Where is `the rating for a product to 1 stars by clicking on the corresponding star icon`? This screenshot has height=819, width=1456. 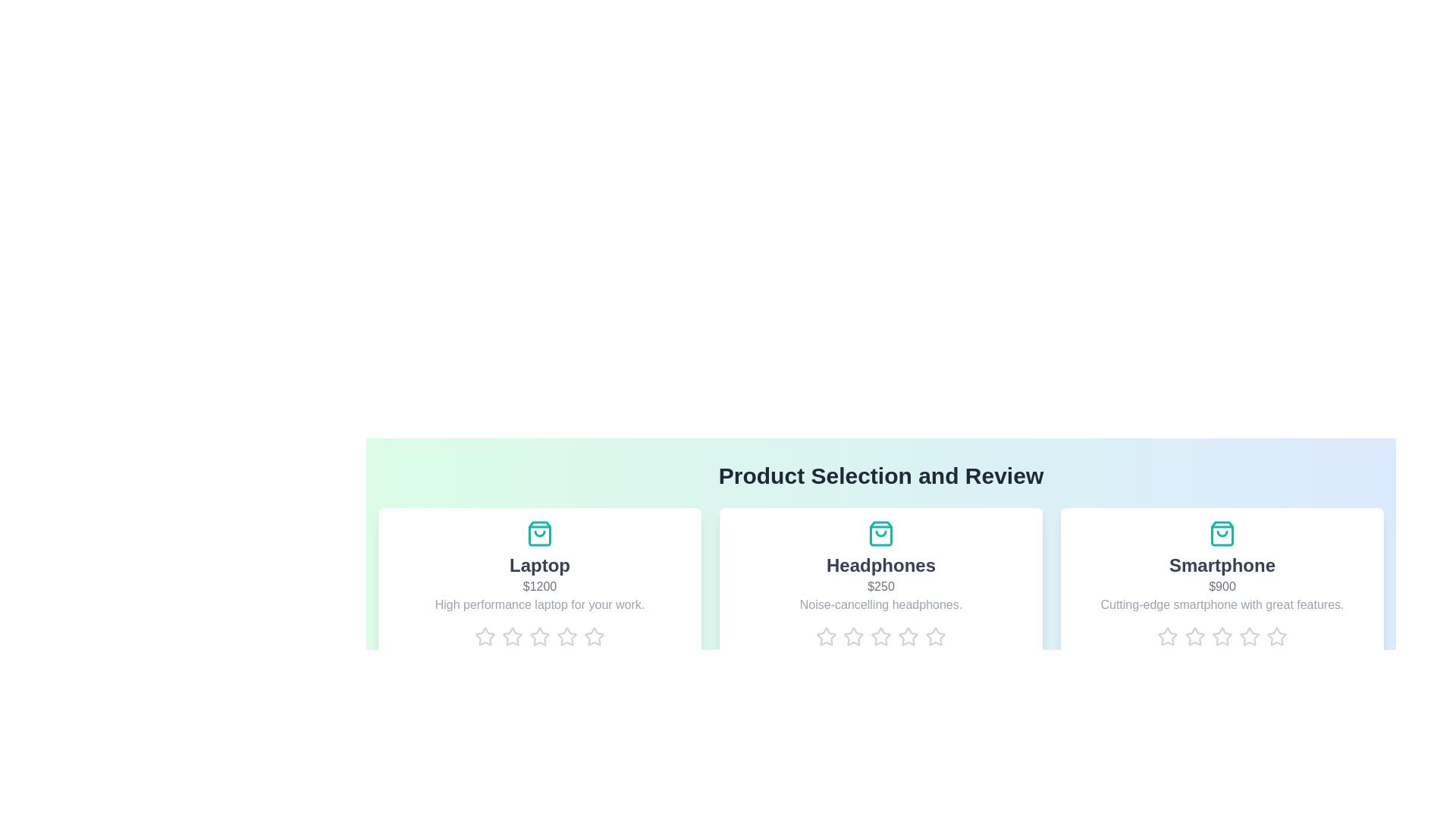
the rating for a product to 1 stars by clicking on the corresponding star icon is located at coordinates (484, 637).